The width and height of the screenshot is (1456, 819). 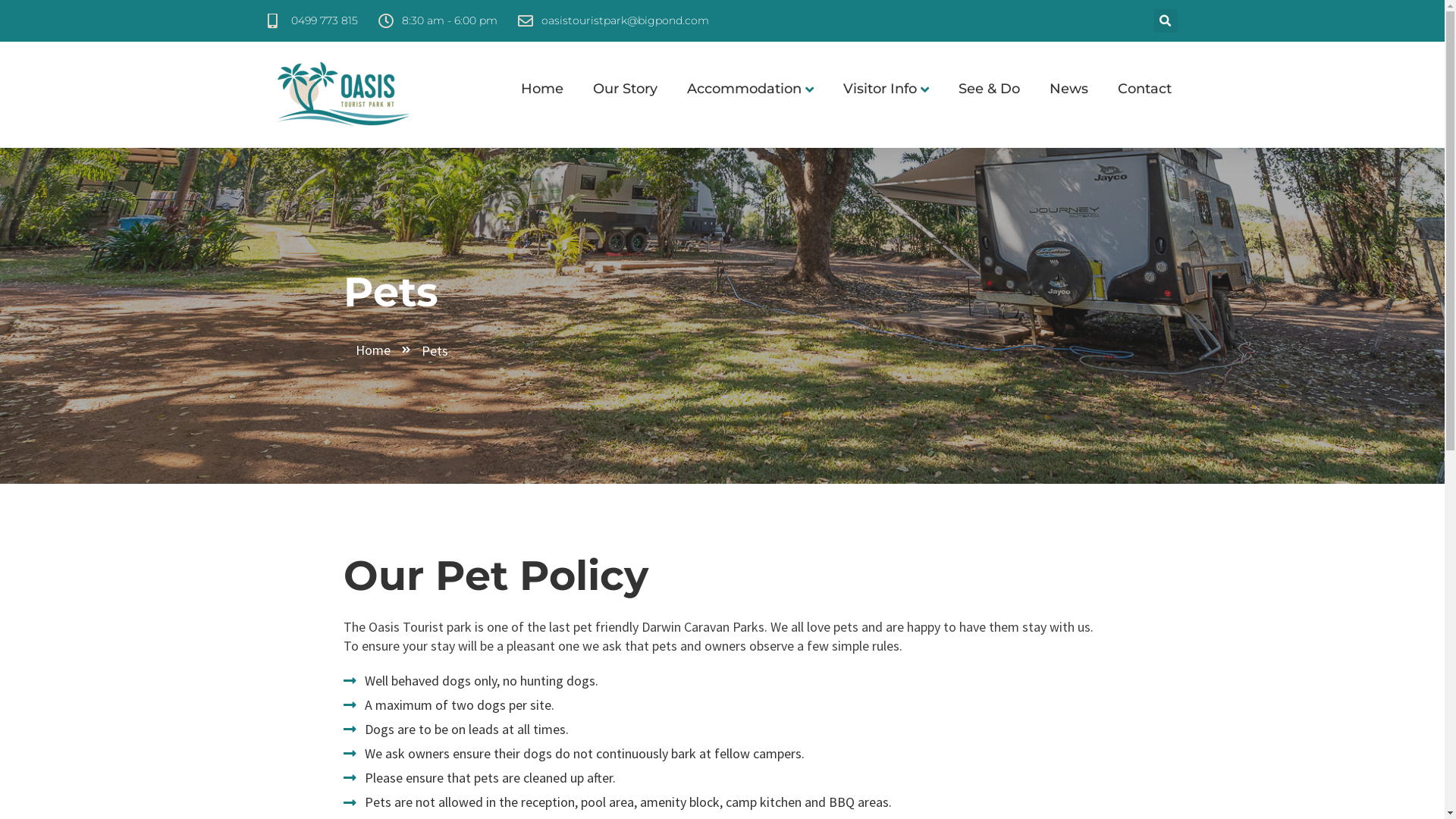 What do you see at coordinates (1059, 89) in the screenshot?
I see `'News'` at bounding box center [1059, 89].